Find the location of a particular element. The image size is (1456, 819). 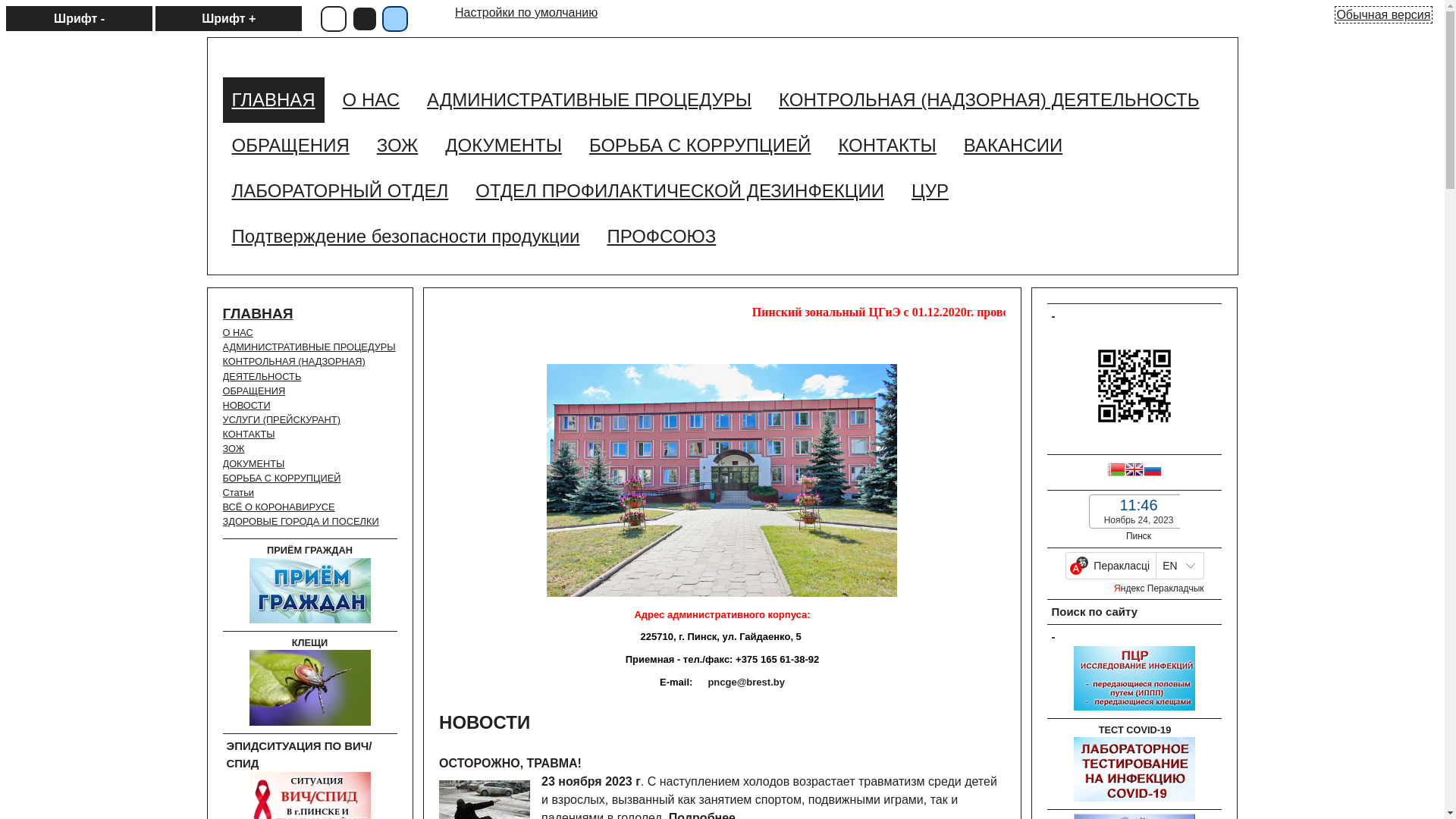

'pncge@brest.by' is located at coordinates (739, 681).